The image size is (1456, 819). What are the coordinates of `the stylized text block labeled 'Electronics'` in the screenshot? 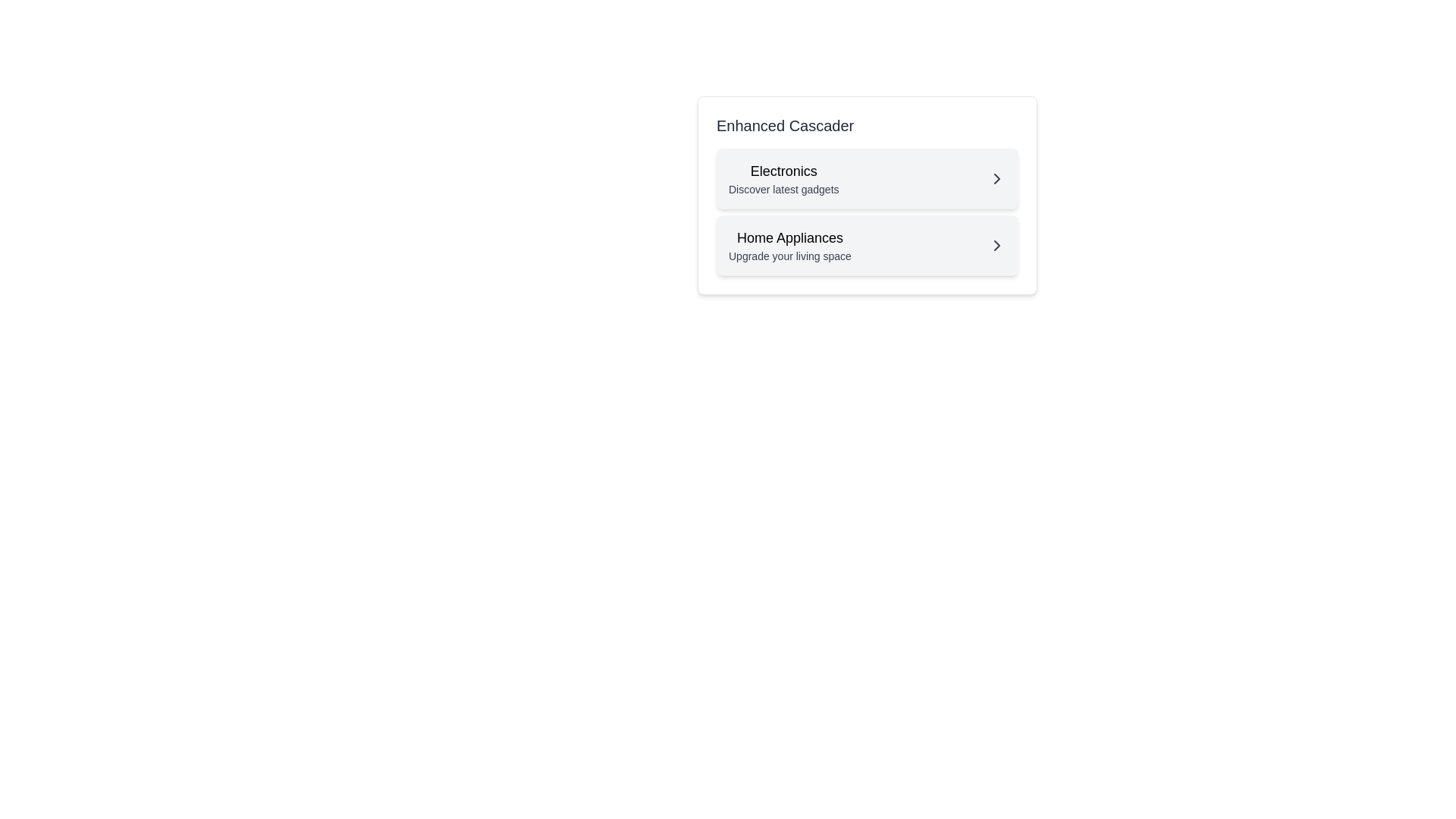 It's located at (783, 177).